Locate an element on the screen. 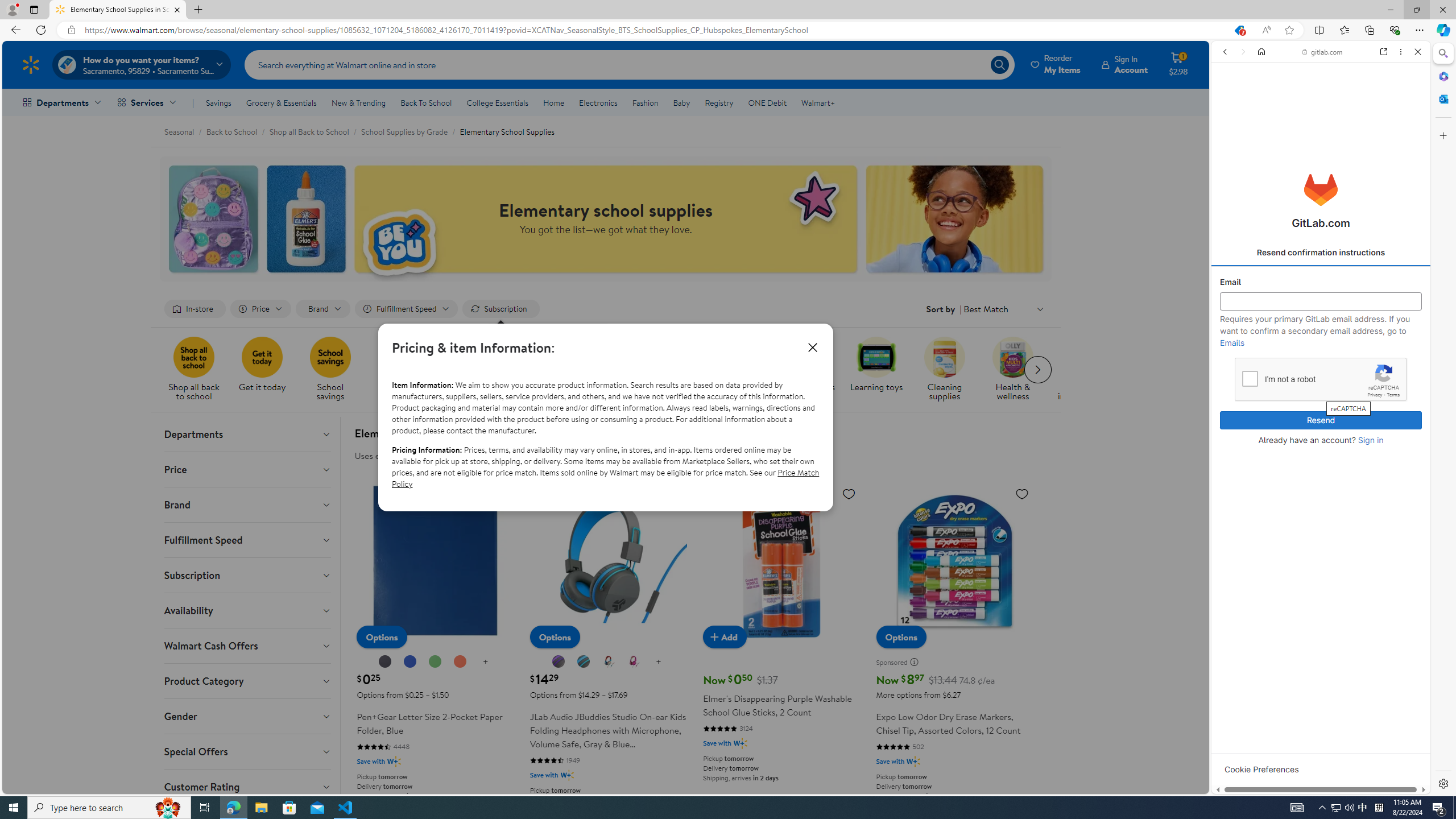  'Sign in' is located at coordinates (1370, 440).